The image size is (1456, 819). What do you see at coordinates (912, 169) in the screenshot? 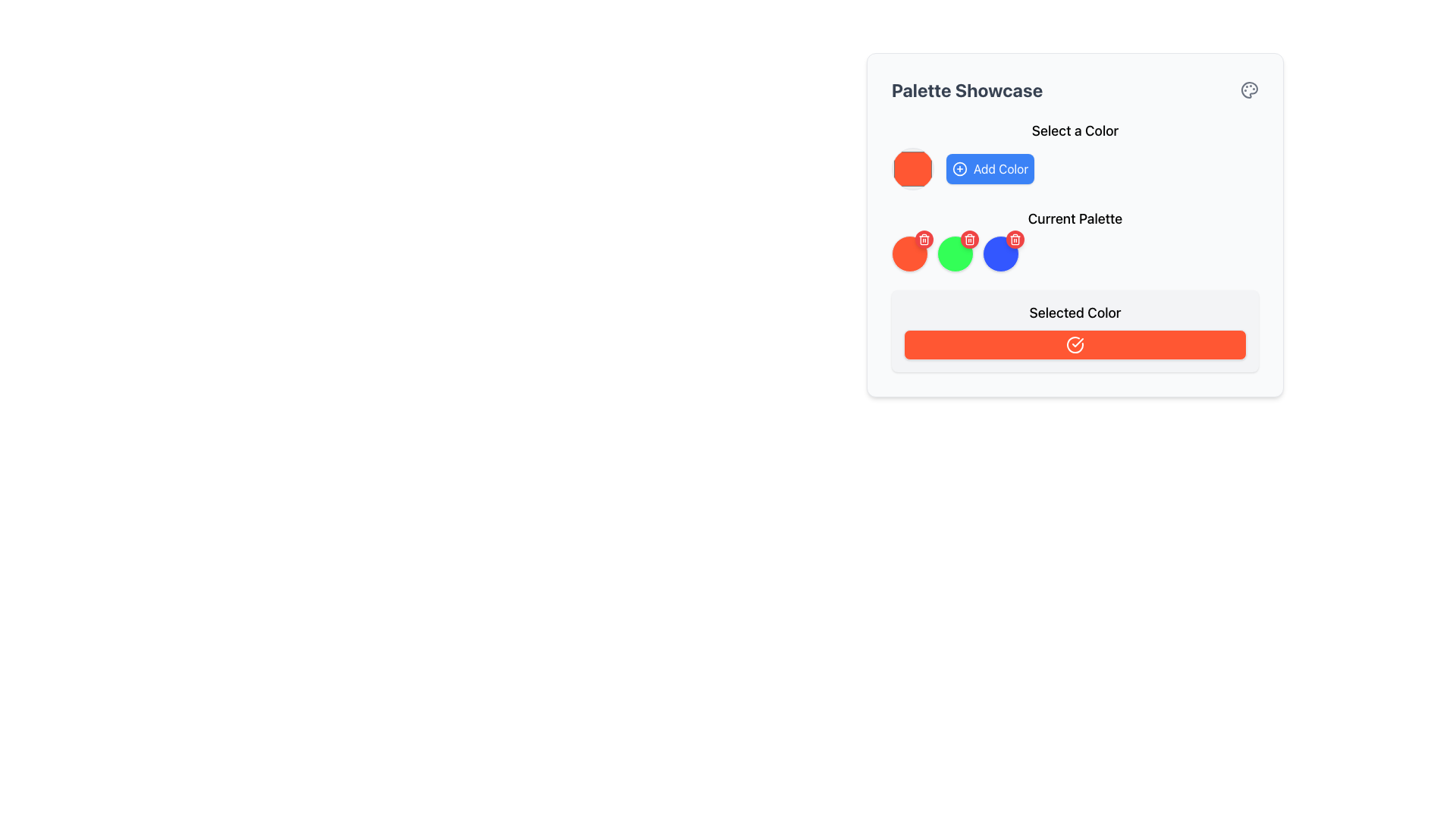
I see `the circular orange color option selector located to the left of the 'Add Color' button in the 'Select a Color' section for keyboard navigation` at bounding box center [912, 169].